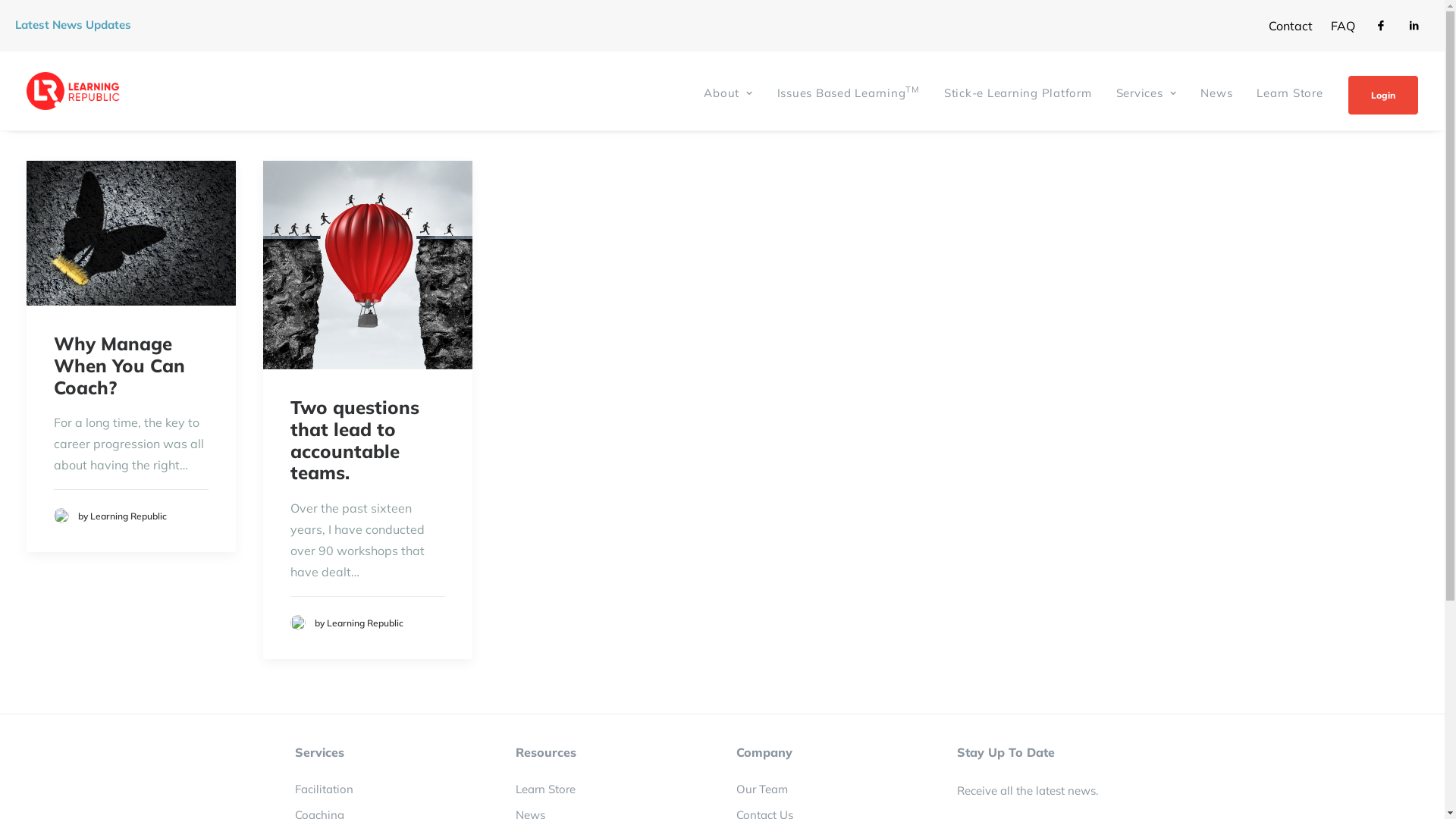 This screenshot has width=1456, height=819. I want to click on 'Two questions that lead to accountable teams.', so click(353, 439).